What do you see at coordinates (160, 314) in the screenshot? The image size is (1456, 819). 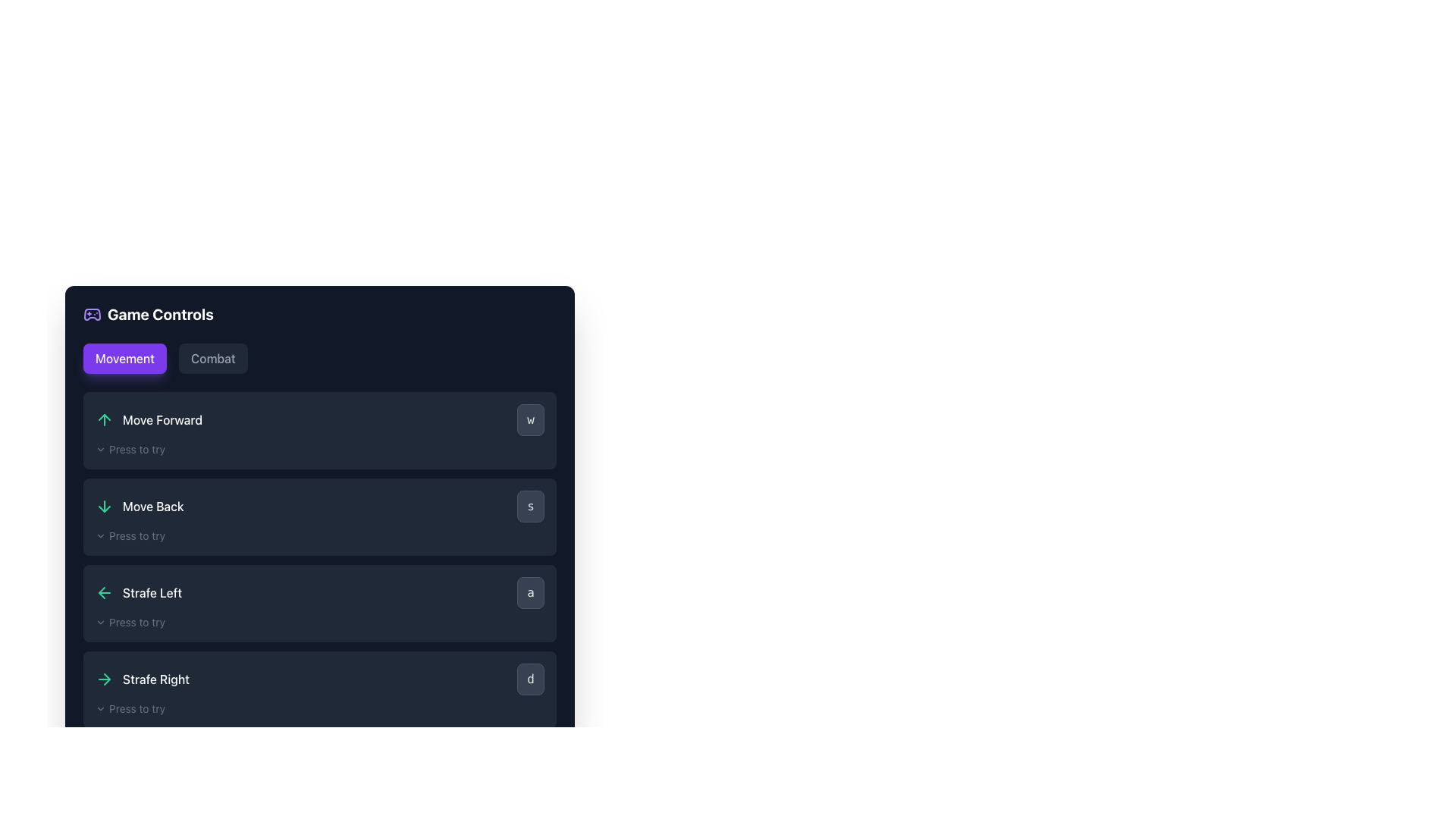 I see `the 'Game Controls' section header label, which is located to the right of a game controller icon in the upper-left corner of the interface` at bounding box center [160, 314].